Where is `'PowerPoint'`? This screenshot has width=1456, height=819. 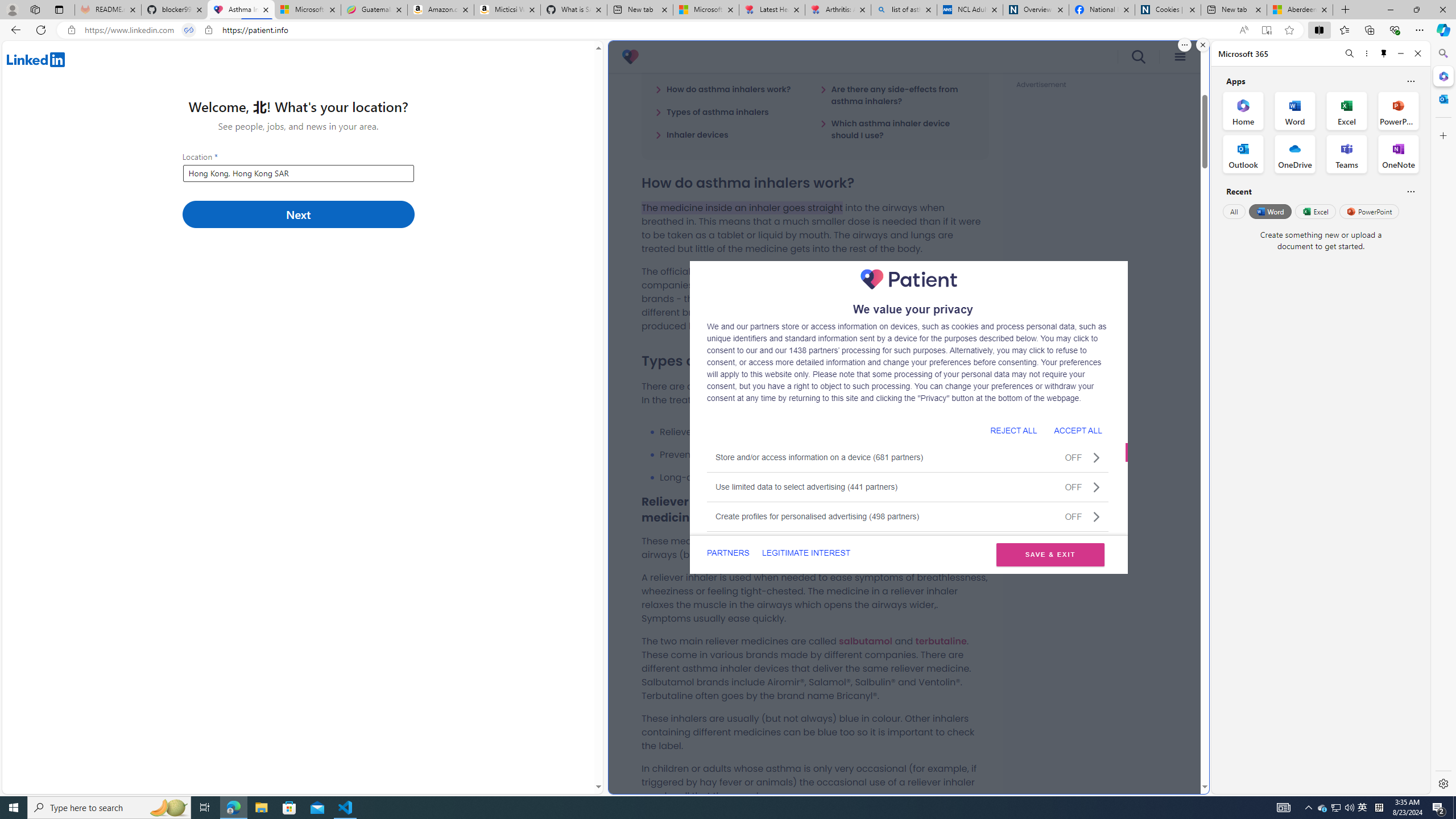 'PowerPoint' is located at coordinates (1368, 211).